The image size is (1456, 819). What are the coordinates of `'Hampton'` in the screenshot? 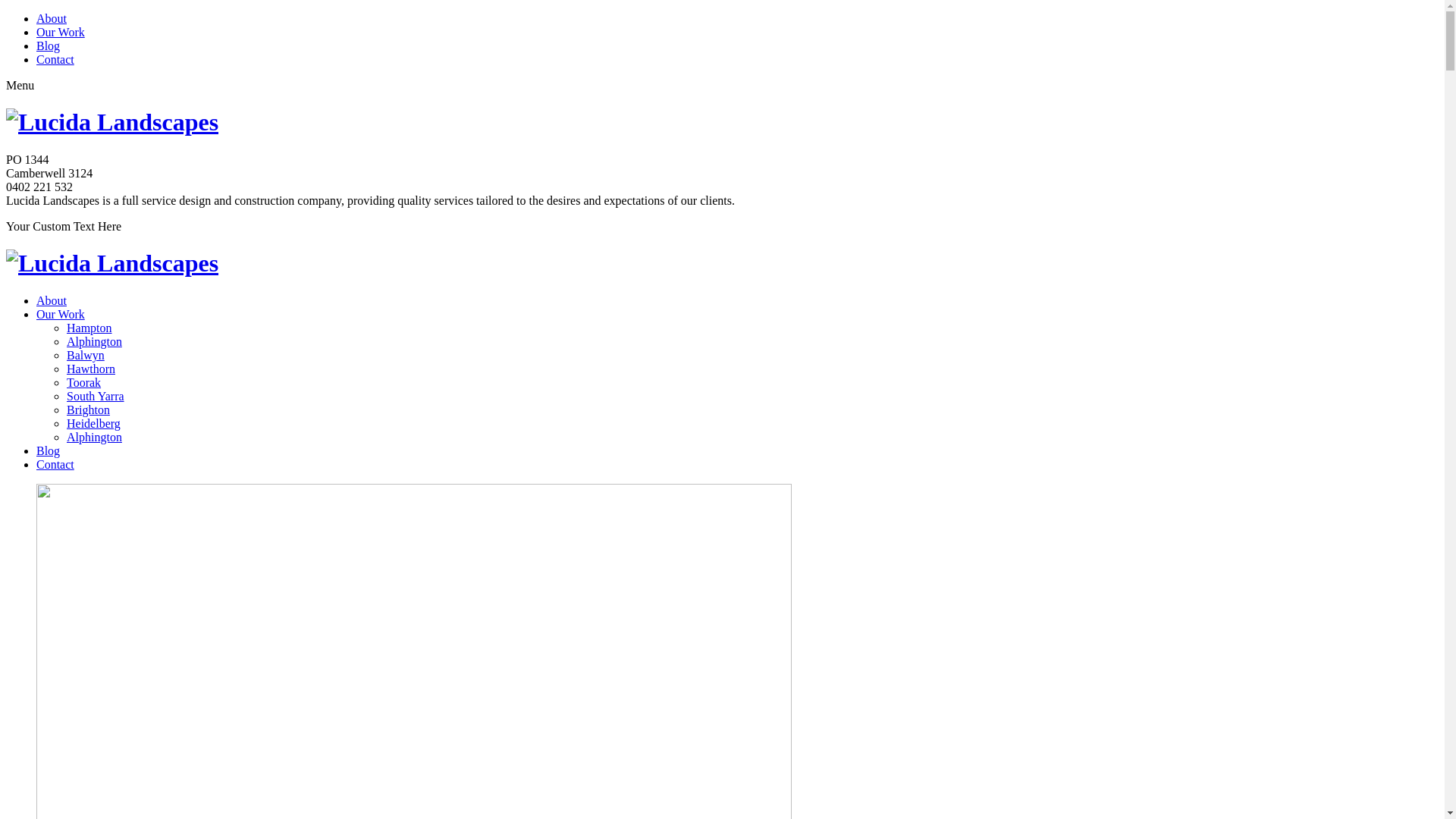 It's located at (65, 327).